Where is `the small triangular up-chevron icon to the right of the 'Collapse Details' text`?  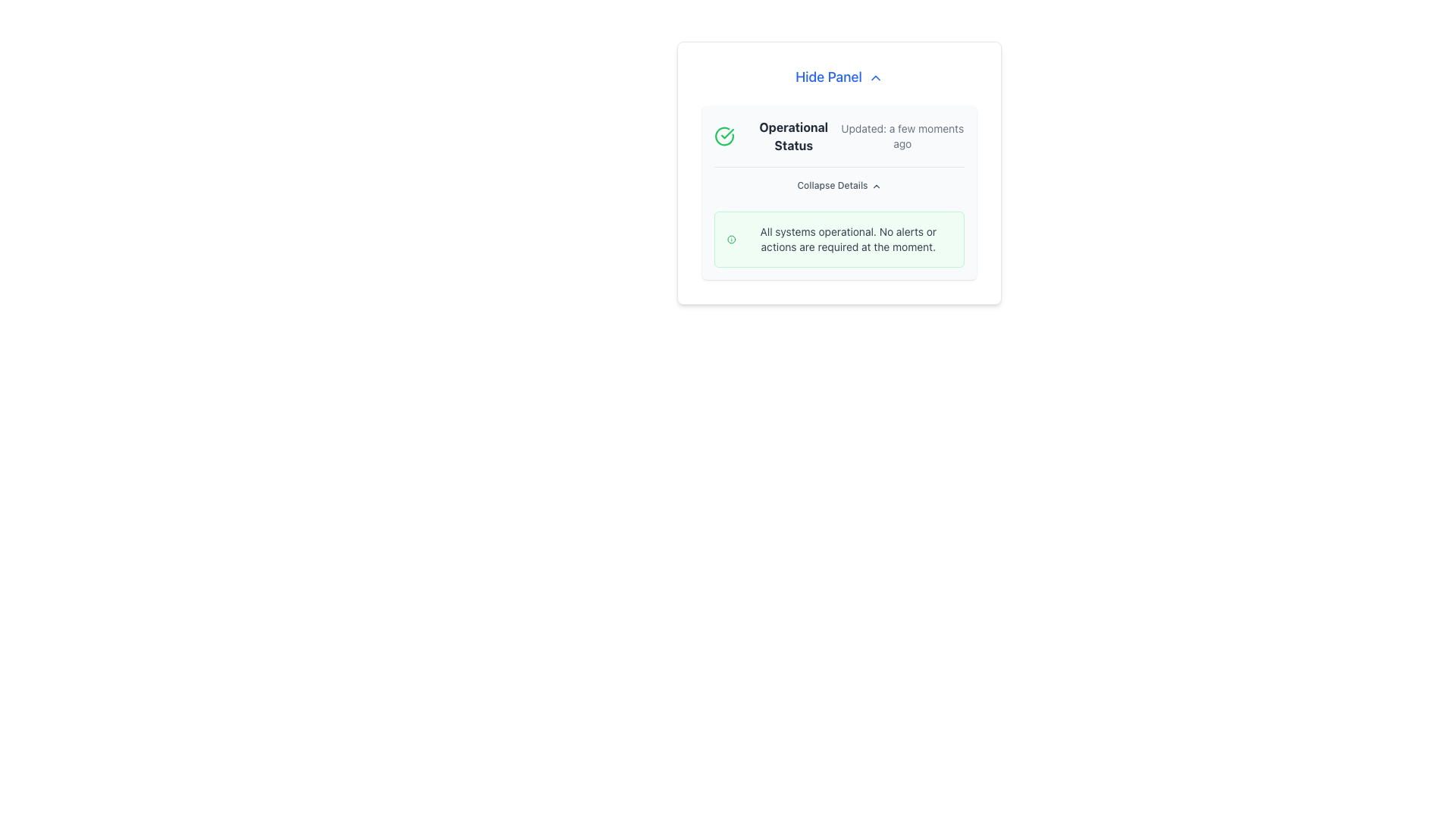 the small triangular up-chevron icon to the right of the 'Collapse Details' text is located at coordinates (876, 185).